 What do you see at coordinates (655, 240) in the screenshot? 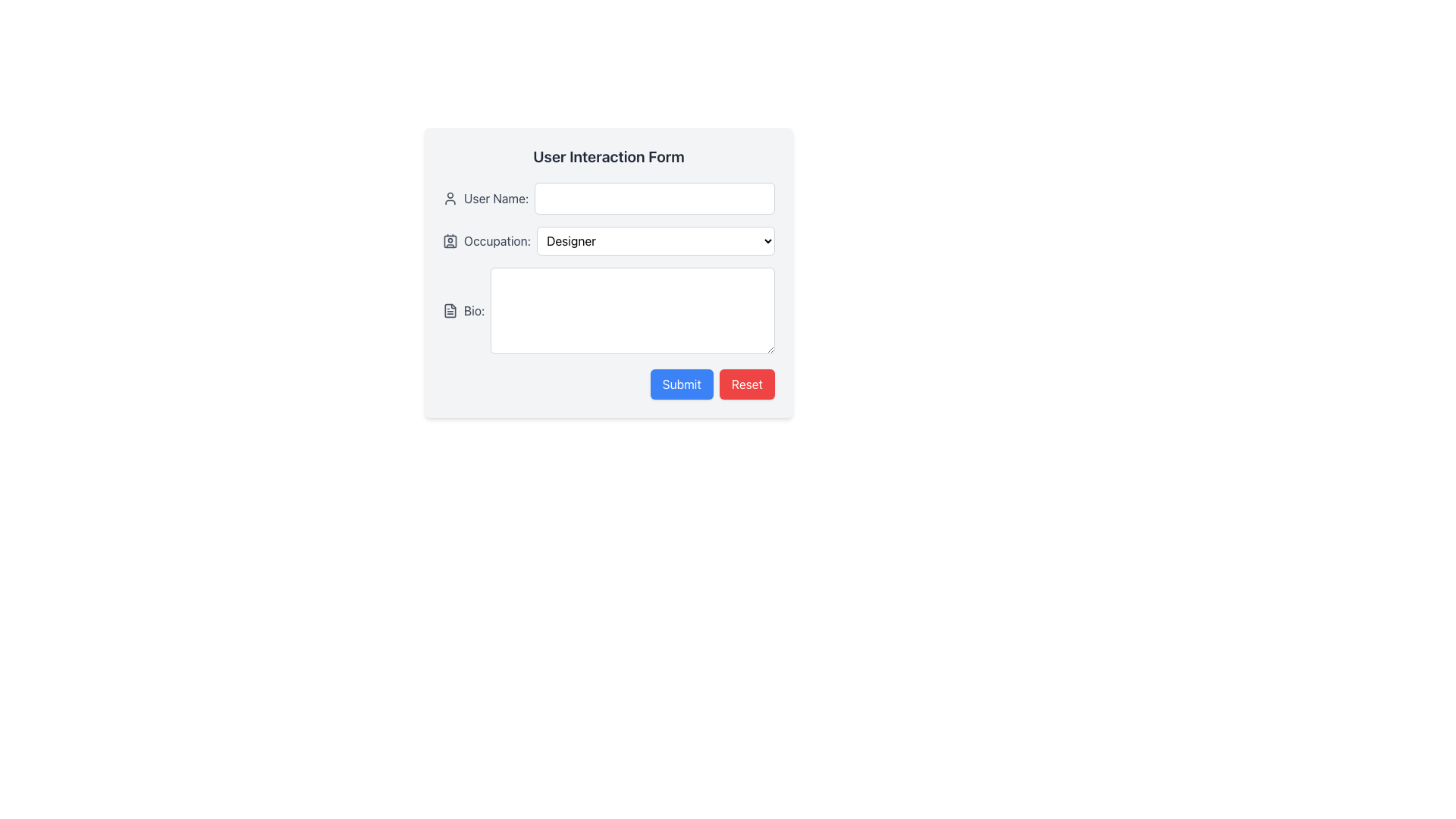
I see `an occupation from the dropdown menu labeled 'Designer', located to the right of 'Occupation:' with a downward arrow` at bounding box center [655, 240].